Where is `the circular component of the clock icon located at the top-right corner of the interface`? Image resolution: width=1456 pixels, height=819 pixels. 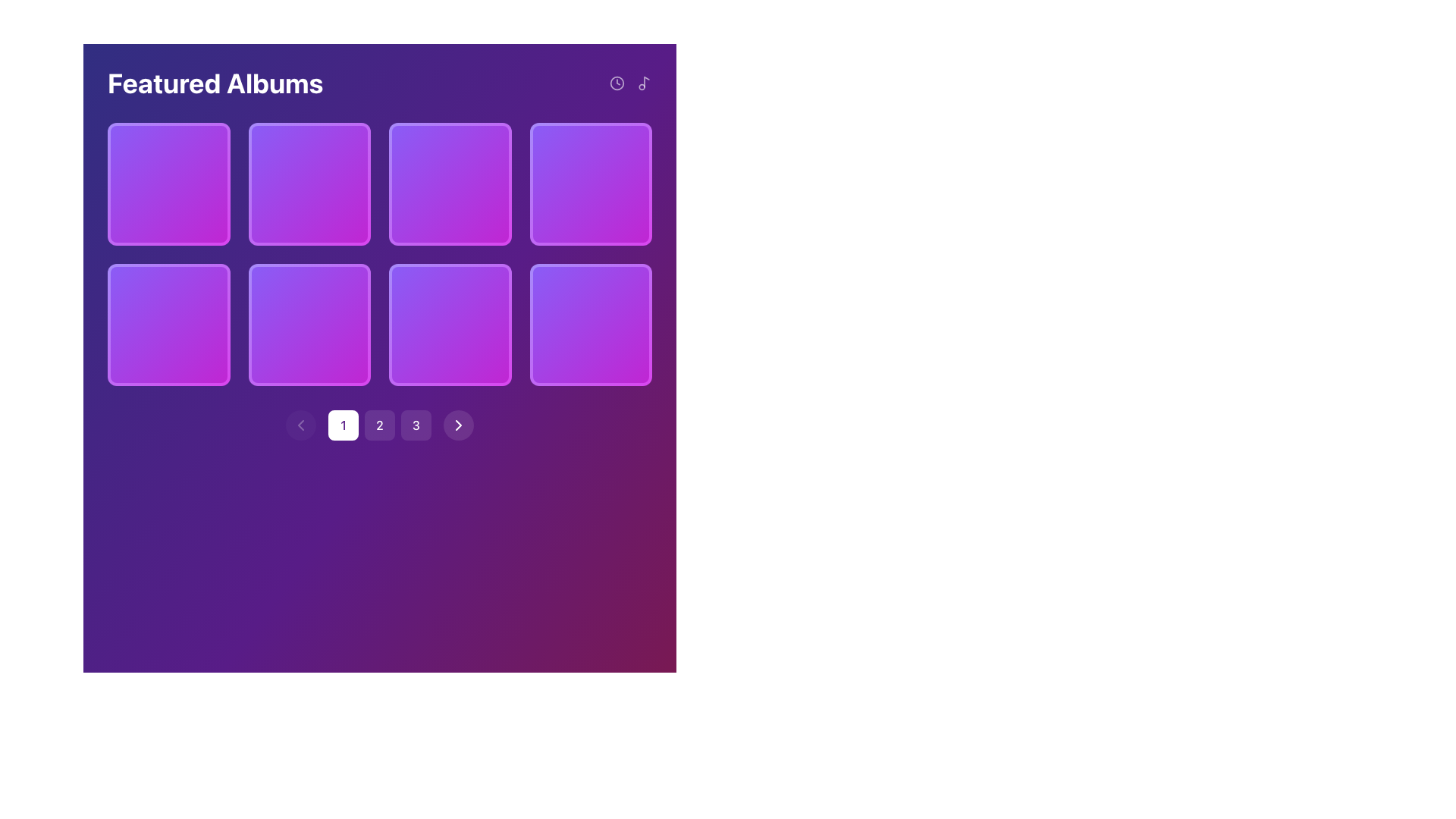
the circular component of the clock icon located at the top-right corner of the interface is located at coordinates (617, 83).